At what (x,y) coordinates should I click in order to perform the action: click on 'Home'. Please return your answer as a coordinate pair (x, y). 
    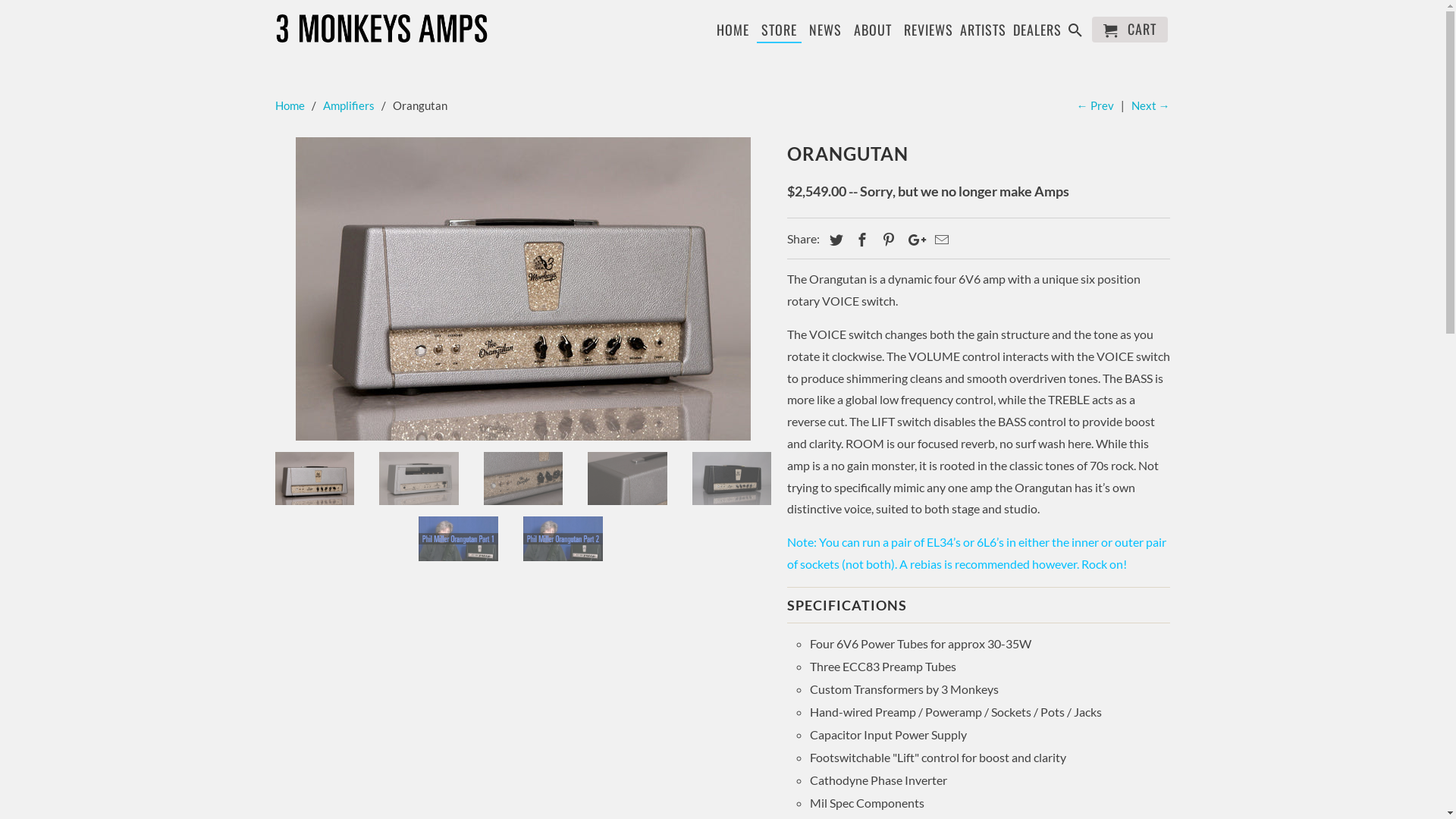
    Looking at the image, I should click on (274, 104).